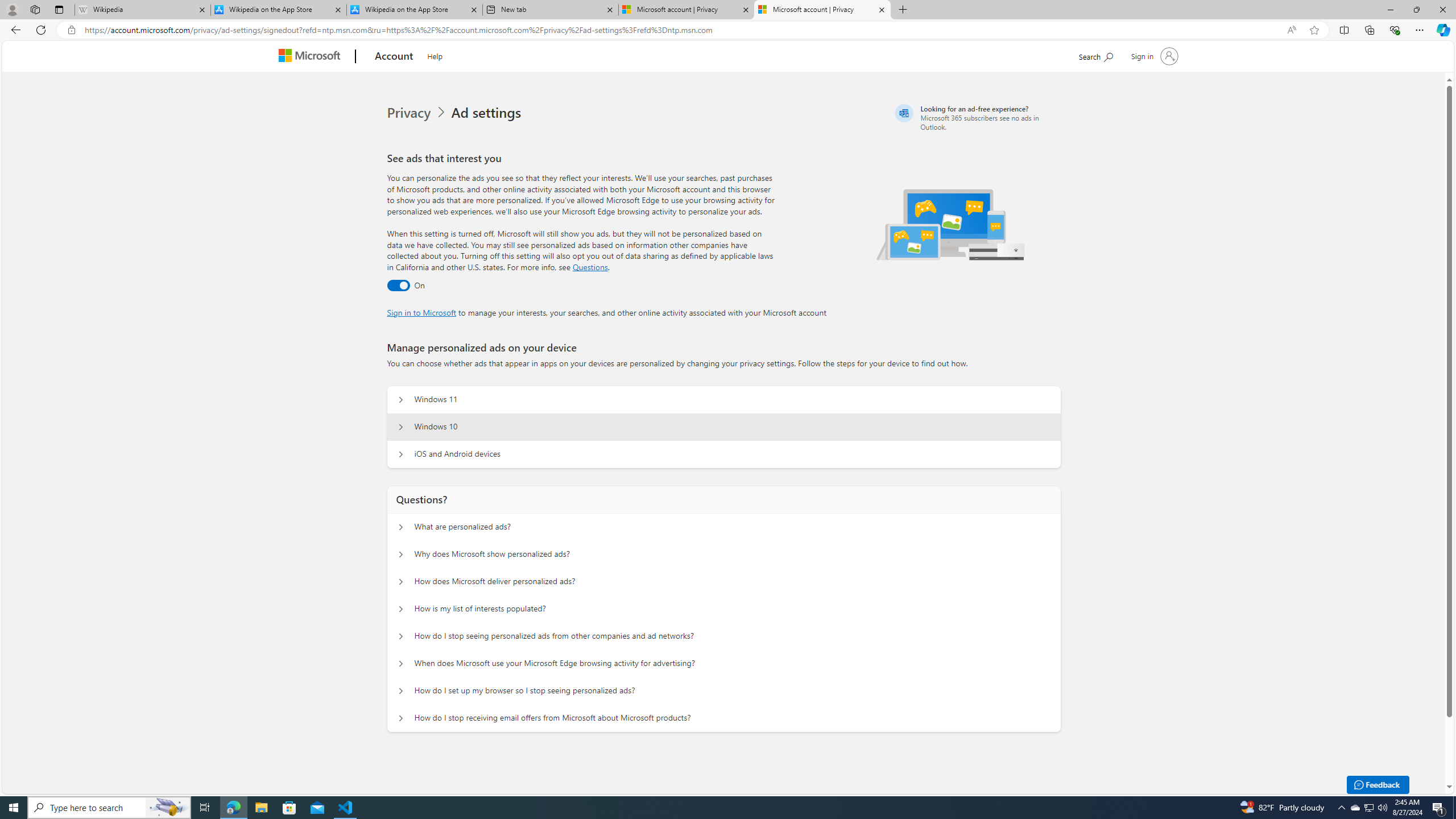 This screenshot has width=1456, height=819. Describe the element at coordinates (976, 117) in the screenshot. I see `'Looking for an ad-free experience?'` at that location.